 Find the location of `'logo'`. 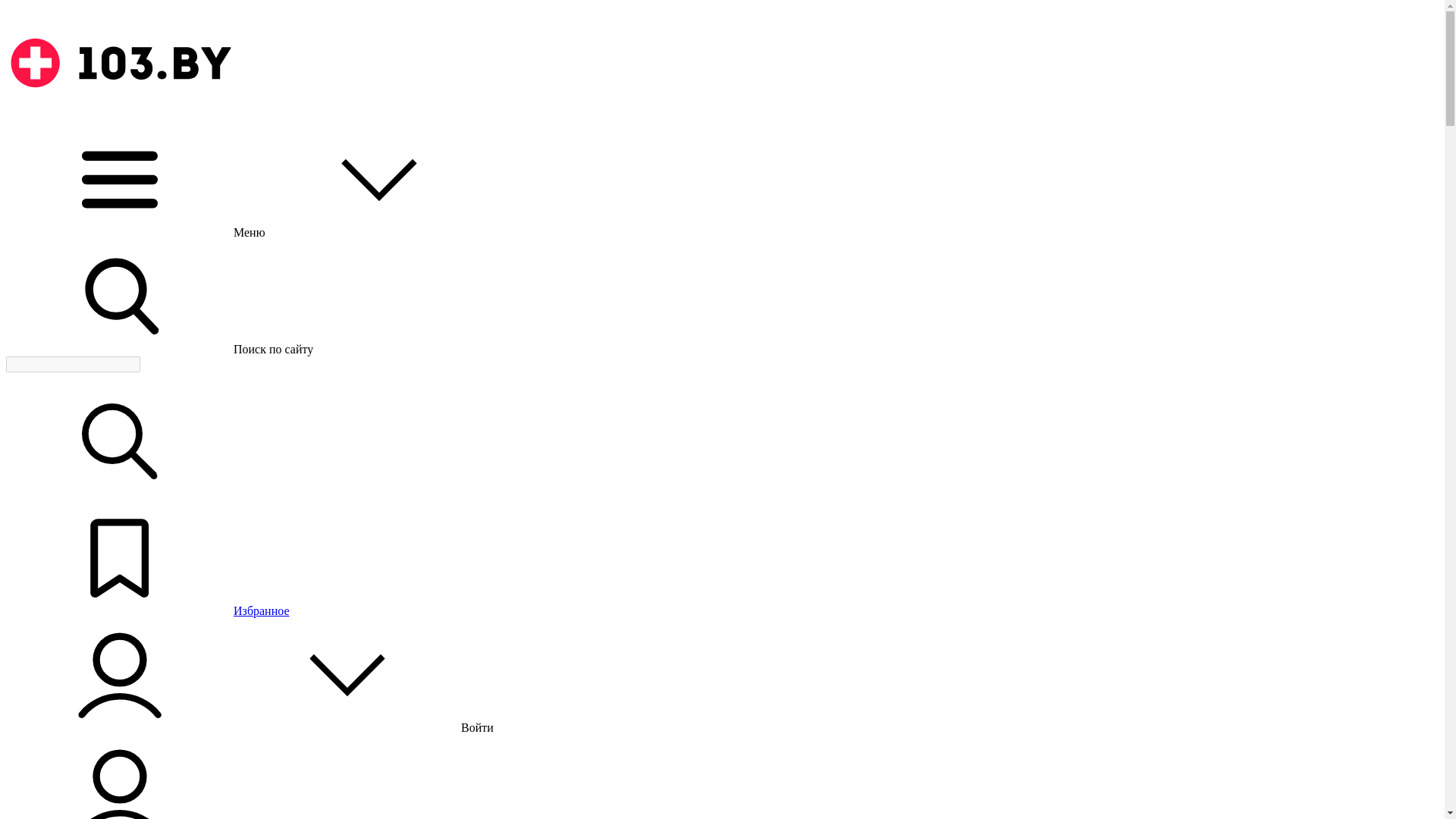

'logo' is located at coordinates (119, 62).